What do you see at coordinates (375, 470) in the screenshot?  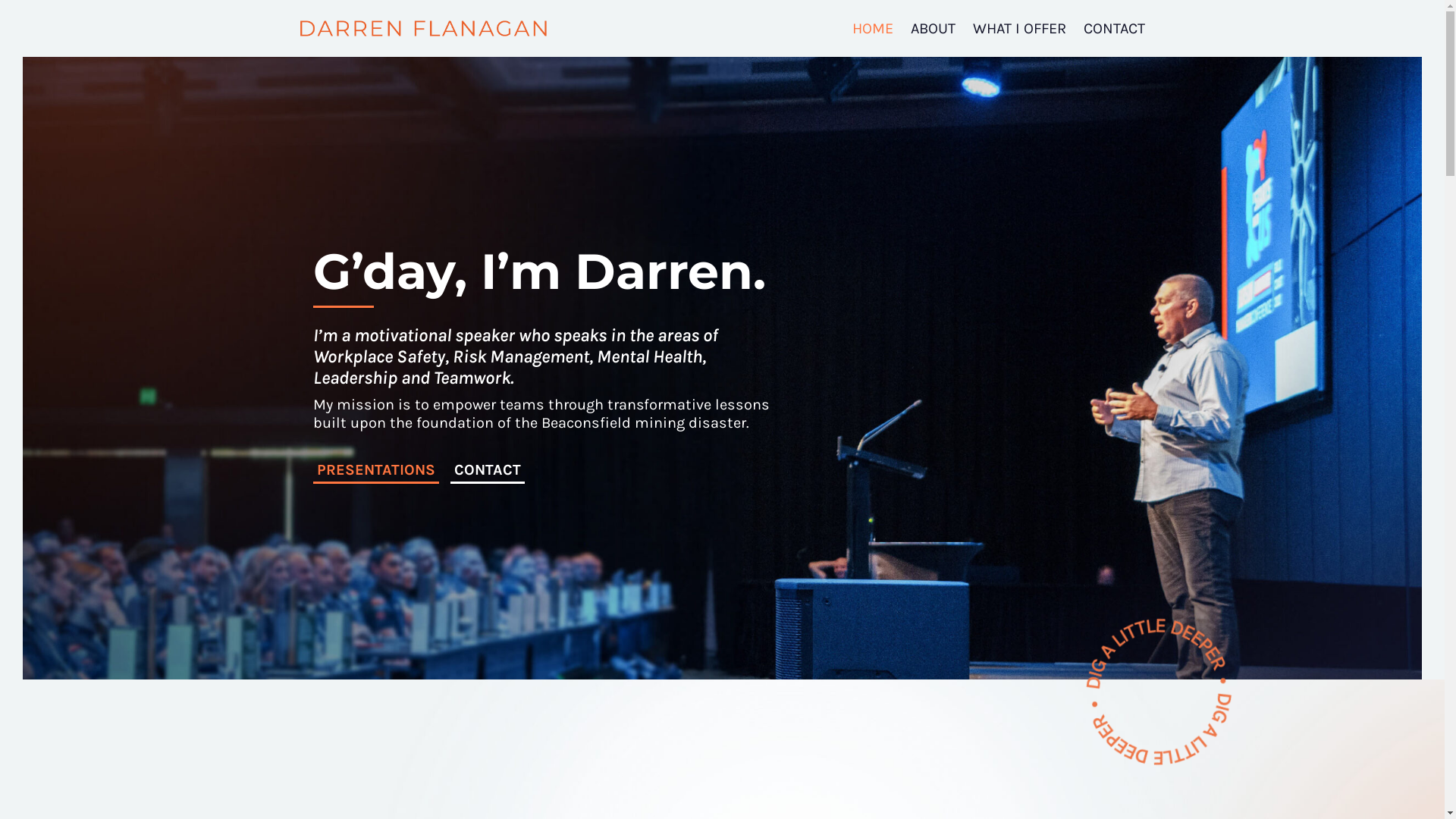 I see `'PRESENTATIONS'` at bounding box center [375, 470].